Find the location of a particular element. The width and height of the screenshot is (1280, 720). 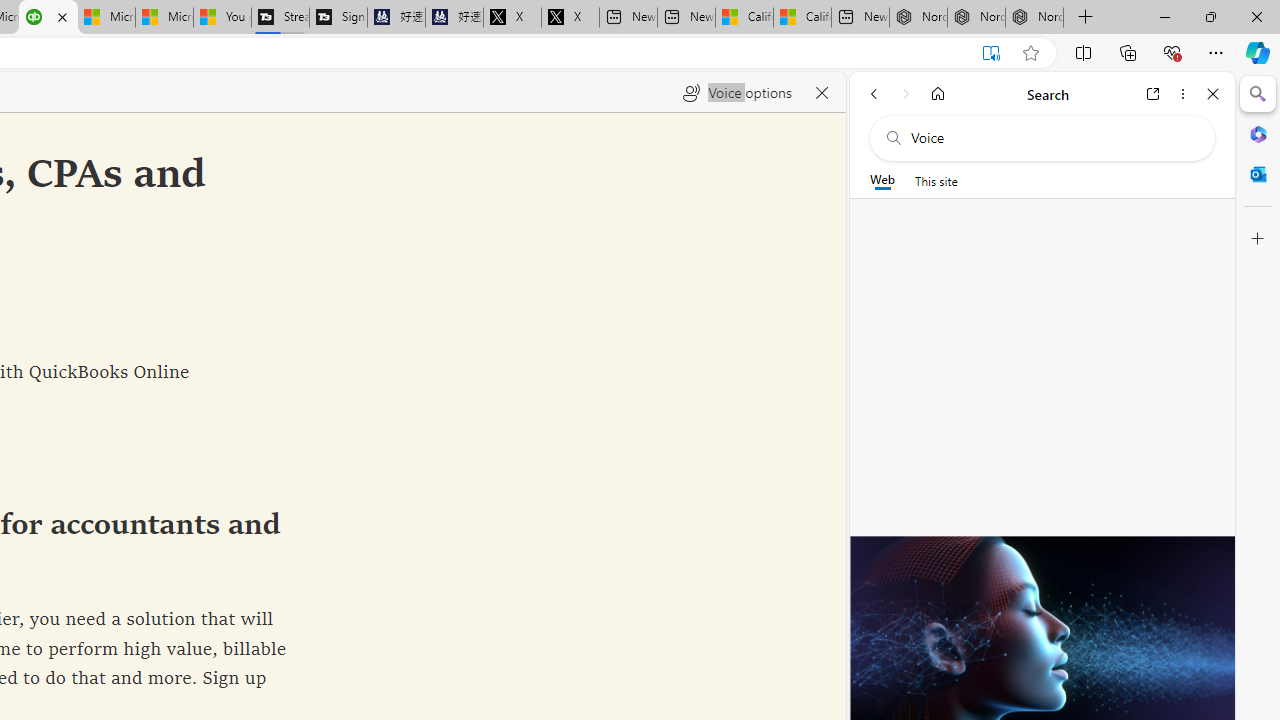

'Exit Immersive Reader (F9)' is located at coordinates (991, 52).